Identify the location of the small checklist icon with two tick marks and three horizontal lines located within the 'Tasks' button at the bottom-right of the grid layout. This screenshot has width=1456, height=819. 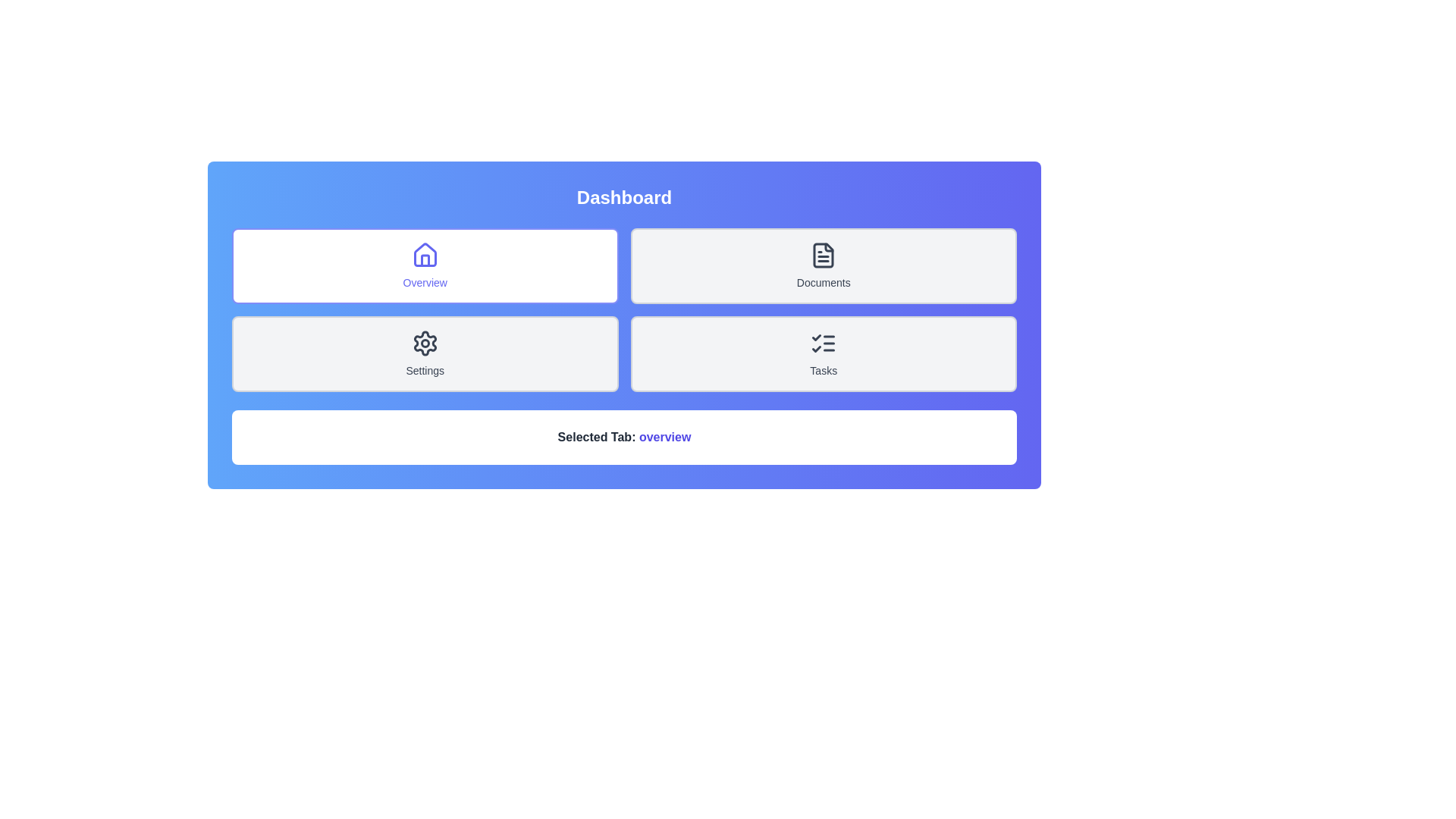
(823, 343).